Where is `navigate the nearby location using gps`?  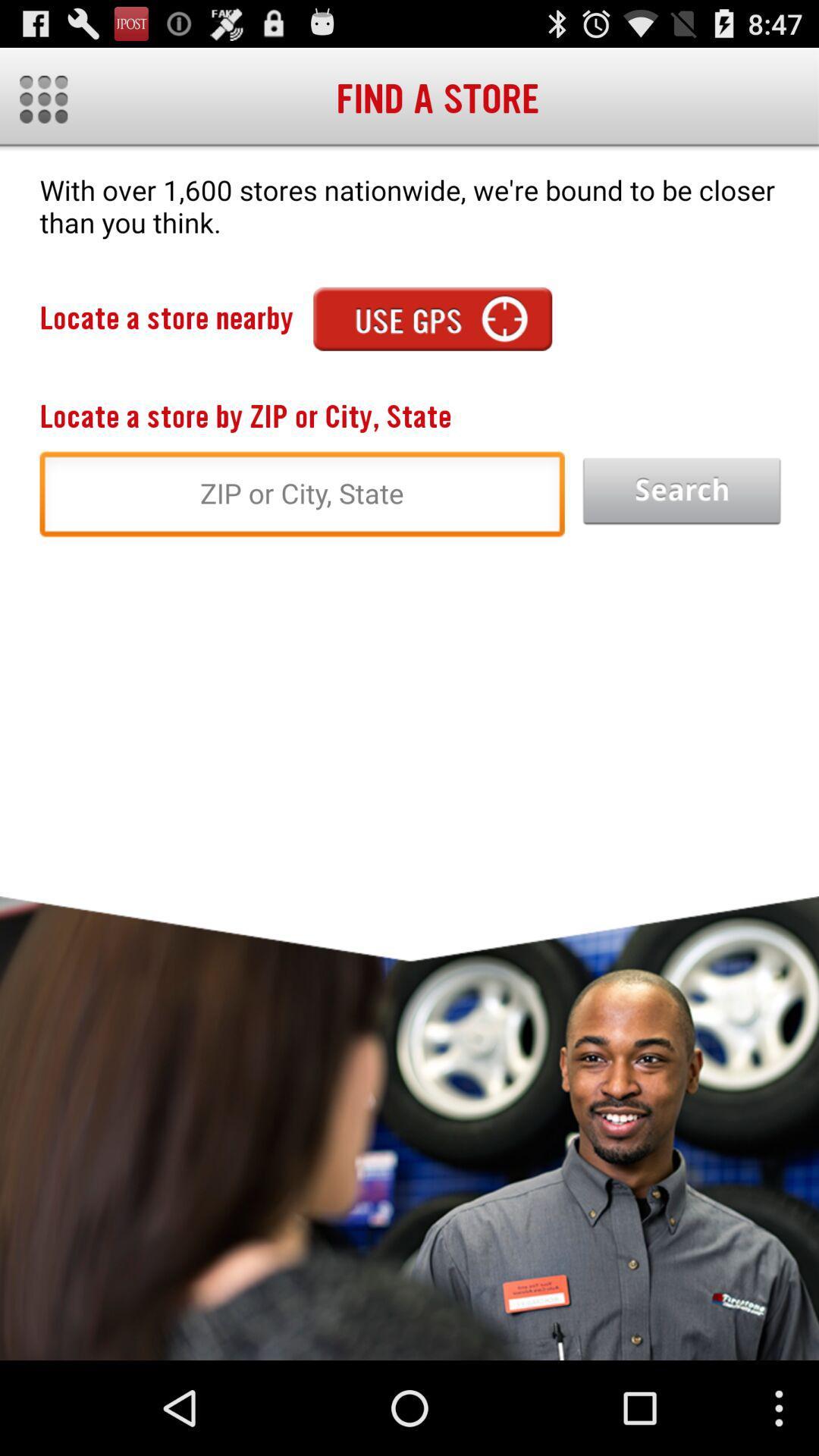
navigate the nearby location using gps is located at coordinates (432, 318).